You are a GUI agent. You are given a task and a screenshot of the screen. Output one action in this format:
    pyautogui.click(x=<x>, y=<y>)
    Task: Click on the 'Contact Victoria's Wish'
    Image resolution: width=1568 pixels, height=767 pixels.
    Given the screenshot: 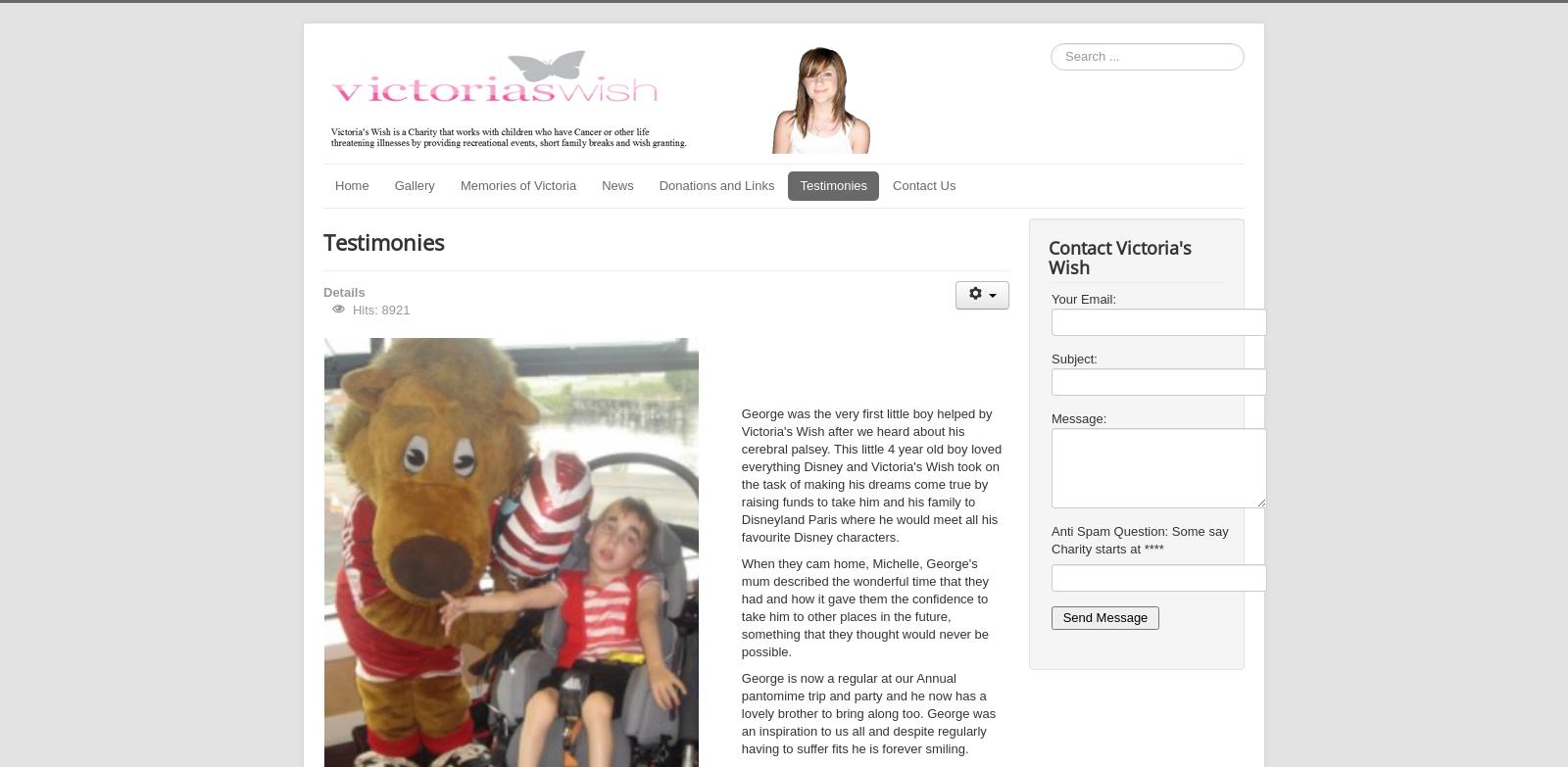 What is the action you would take?
    pyautogui.click(x=1120, y=258)
    